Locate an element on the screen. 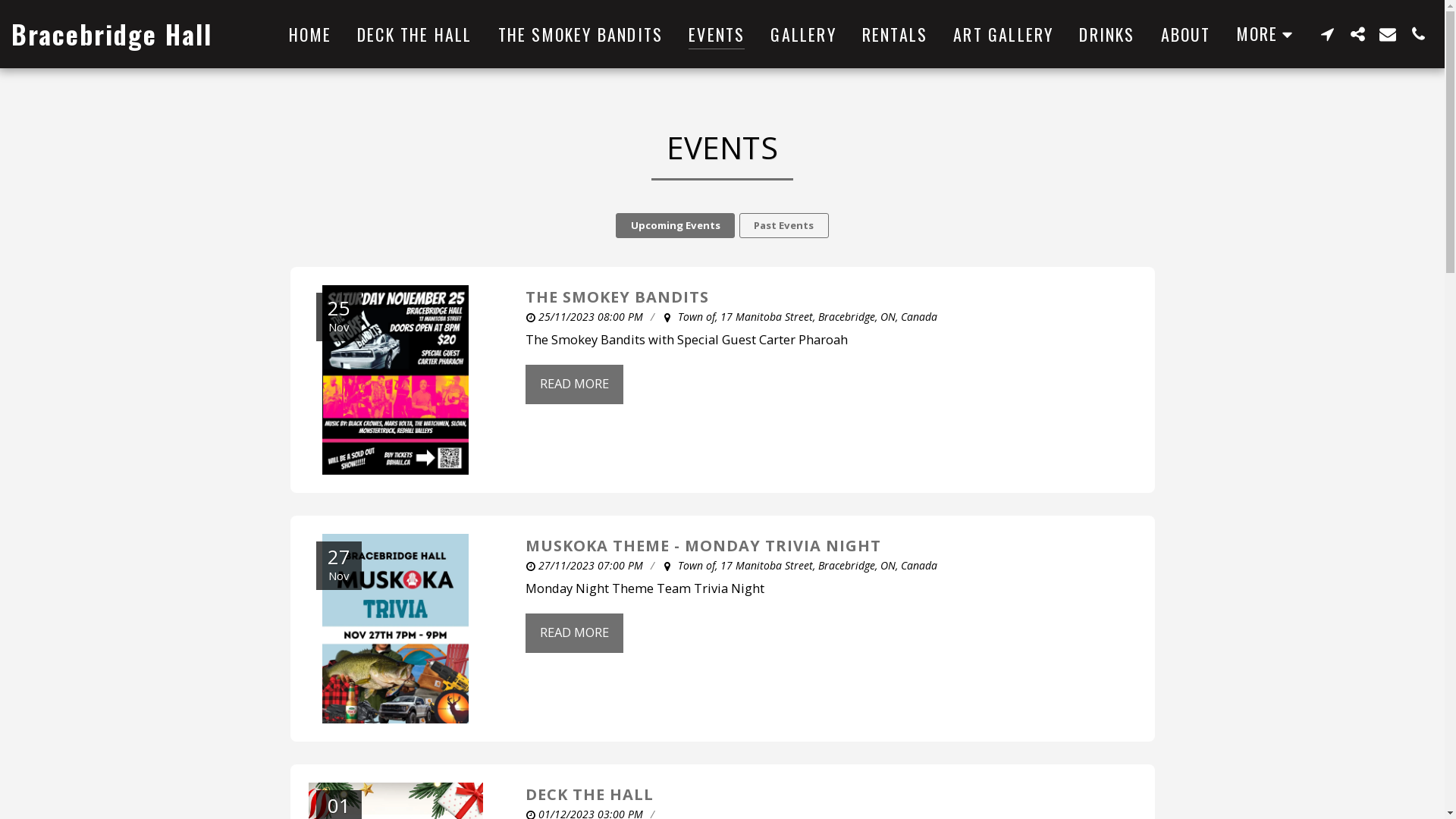  'Bracebridge Hall' is located at coordinates (11, 34).